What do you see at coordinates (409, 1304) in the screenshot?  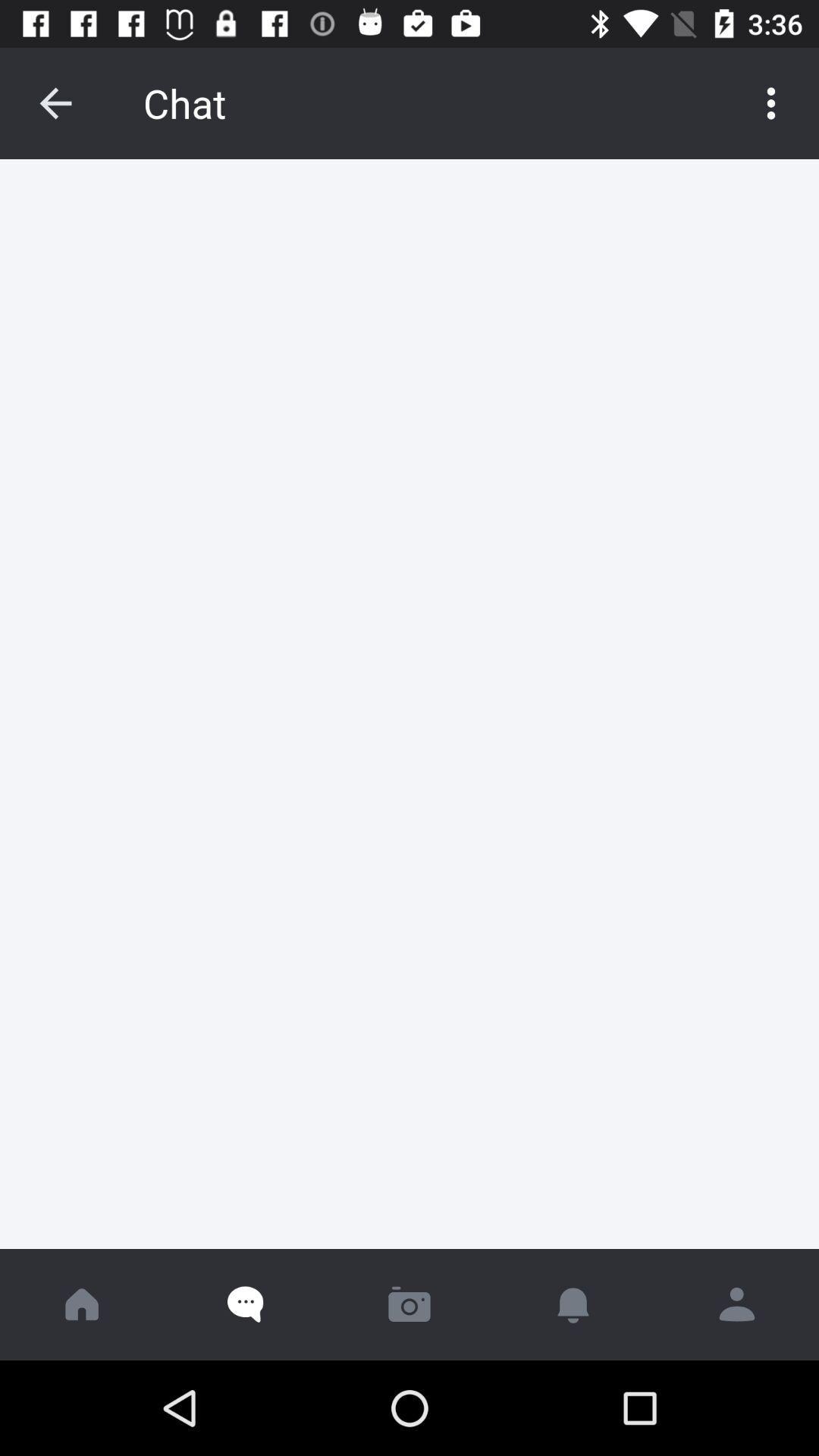 I see `use camera` at bounding box center [409, 1304].